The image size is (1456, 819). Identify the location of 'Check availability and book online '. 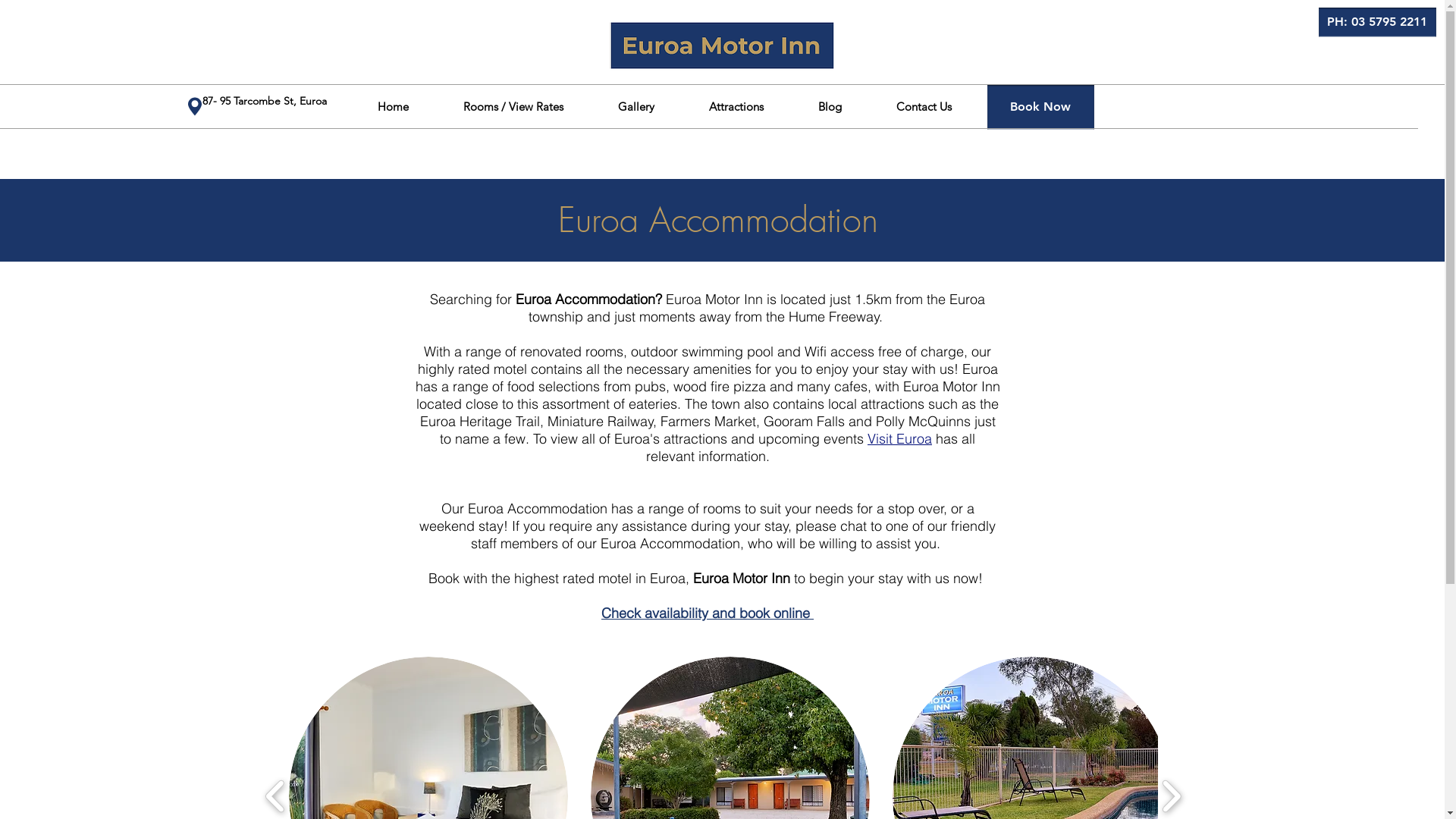
(706, 612).